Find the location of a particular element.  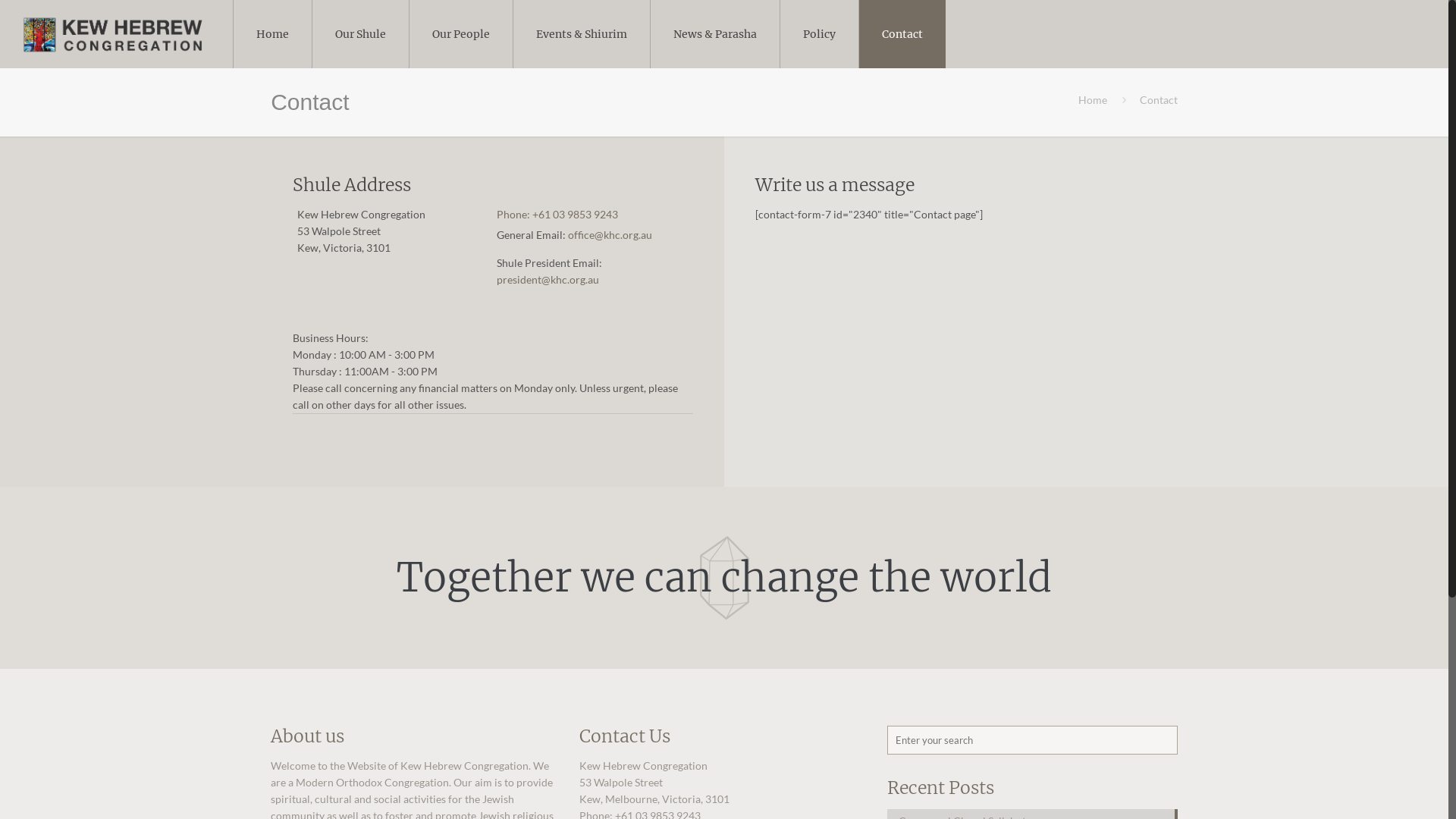

'president@khc.org.au' is located at coordinates (496, 279).